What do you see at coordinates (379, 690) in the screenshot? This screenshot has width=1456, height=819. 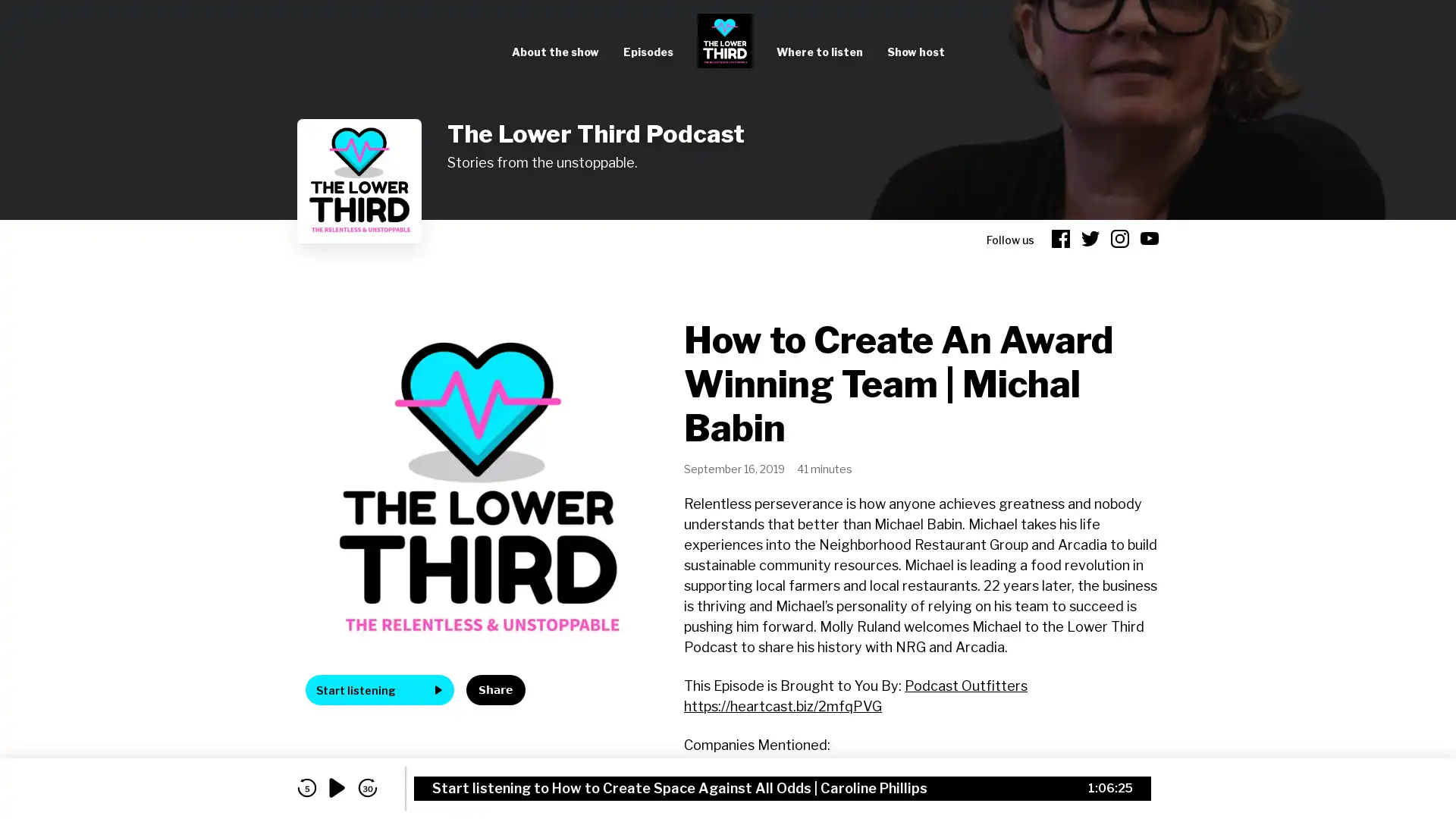 I see `Start listening` at bounding box center [379, 690].